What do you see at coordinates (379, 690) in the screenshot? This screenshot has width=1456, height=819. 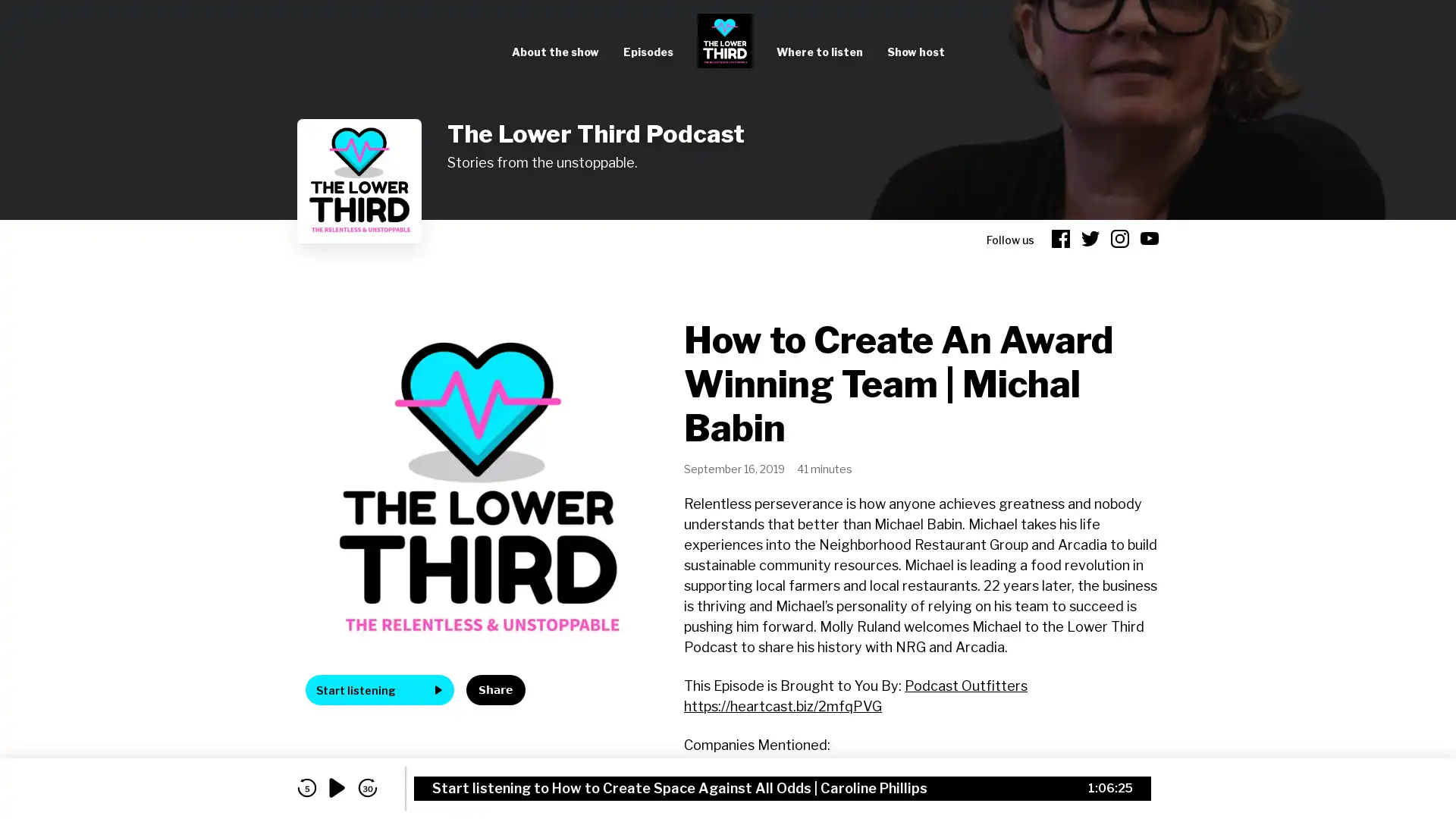 I see `Start listening` at bounding box center [379, 690].